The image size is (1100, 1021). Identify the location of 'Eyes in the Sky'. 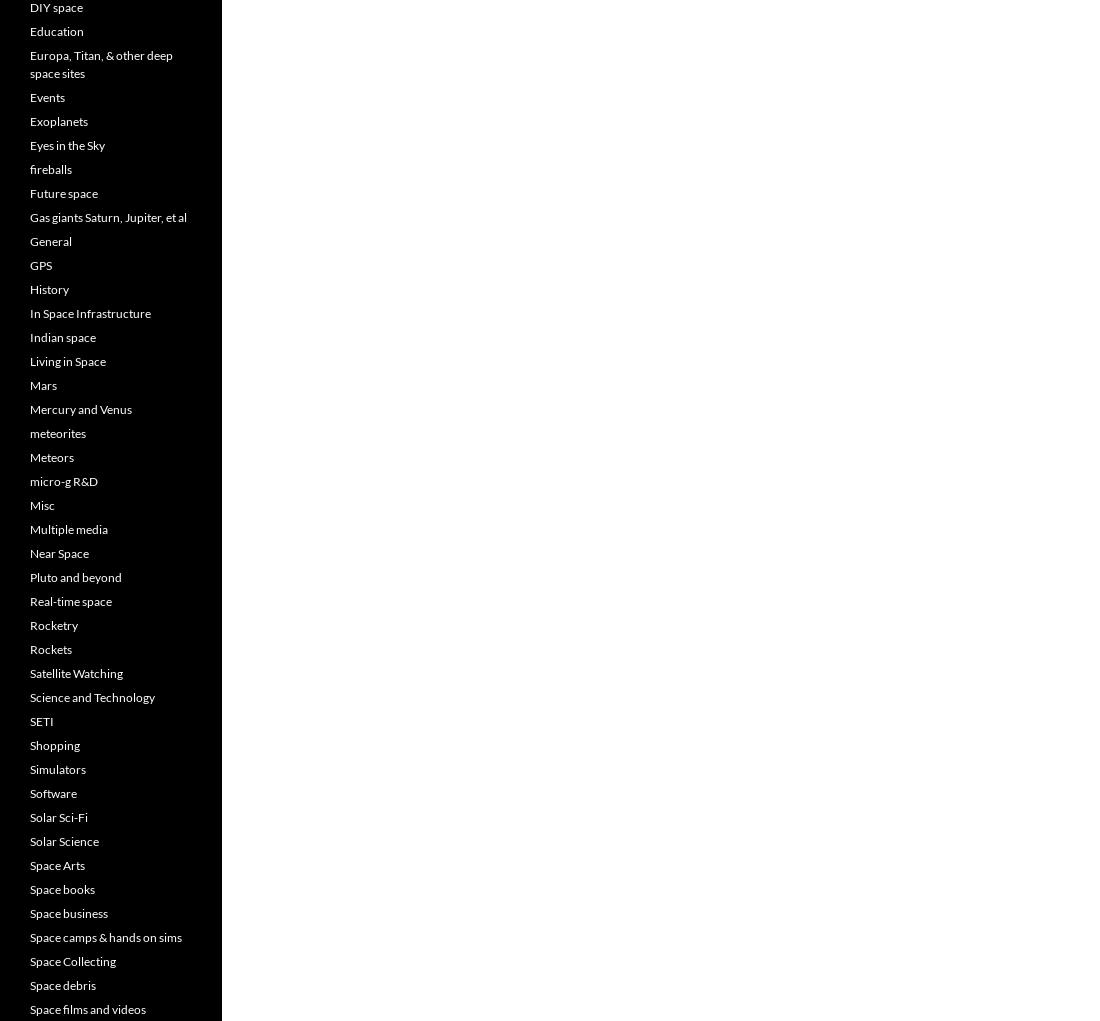
(29, 145).